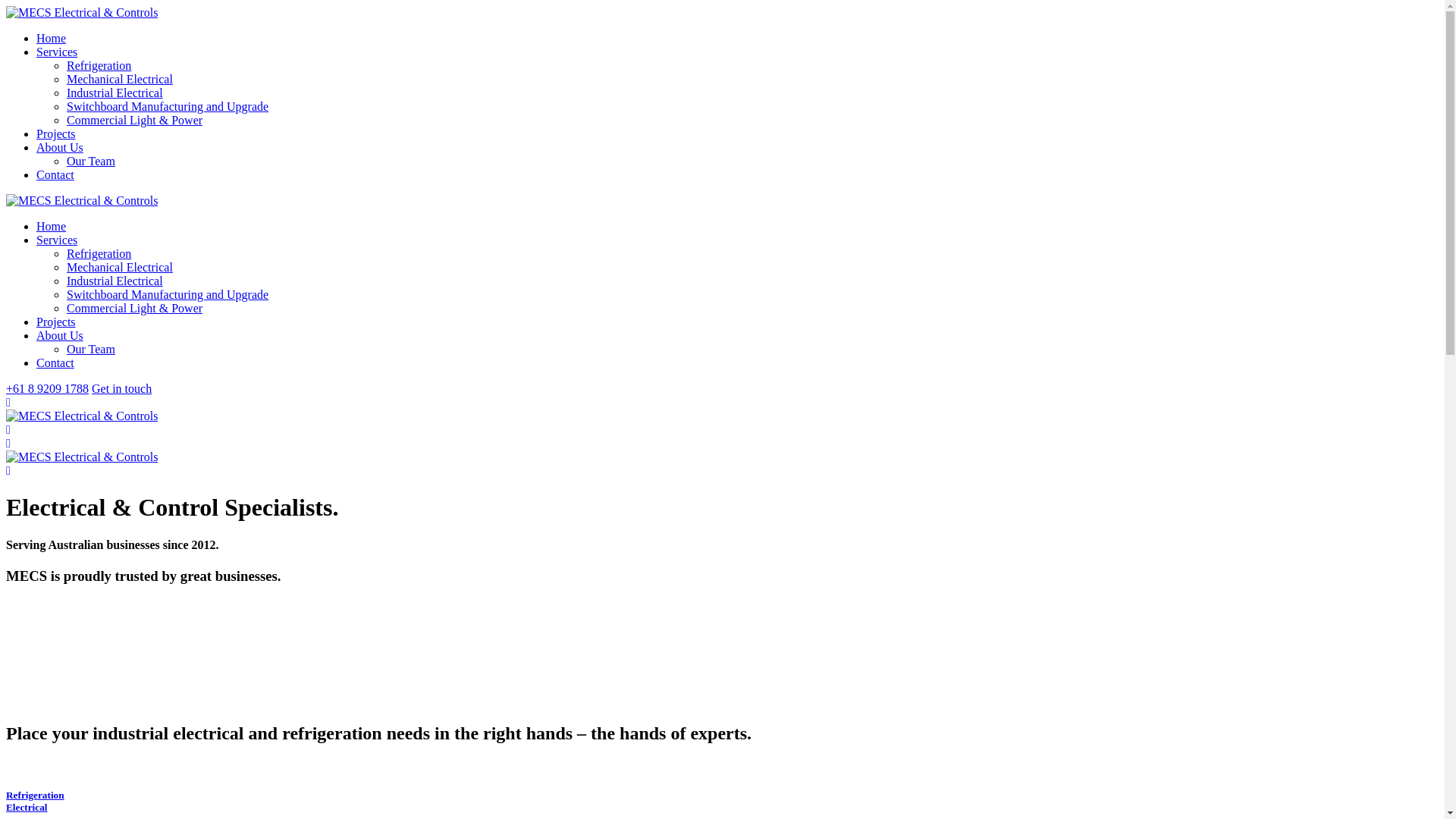 The image size is (1456, 819). What do you see at coordinates (57, 51) in the screenshot?
I see `'Services'` at bounding box center [57, 51].